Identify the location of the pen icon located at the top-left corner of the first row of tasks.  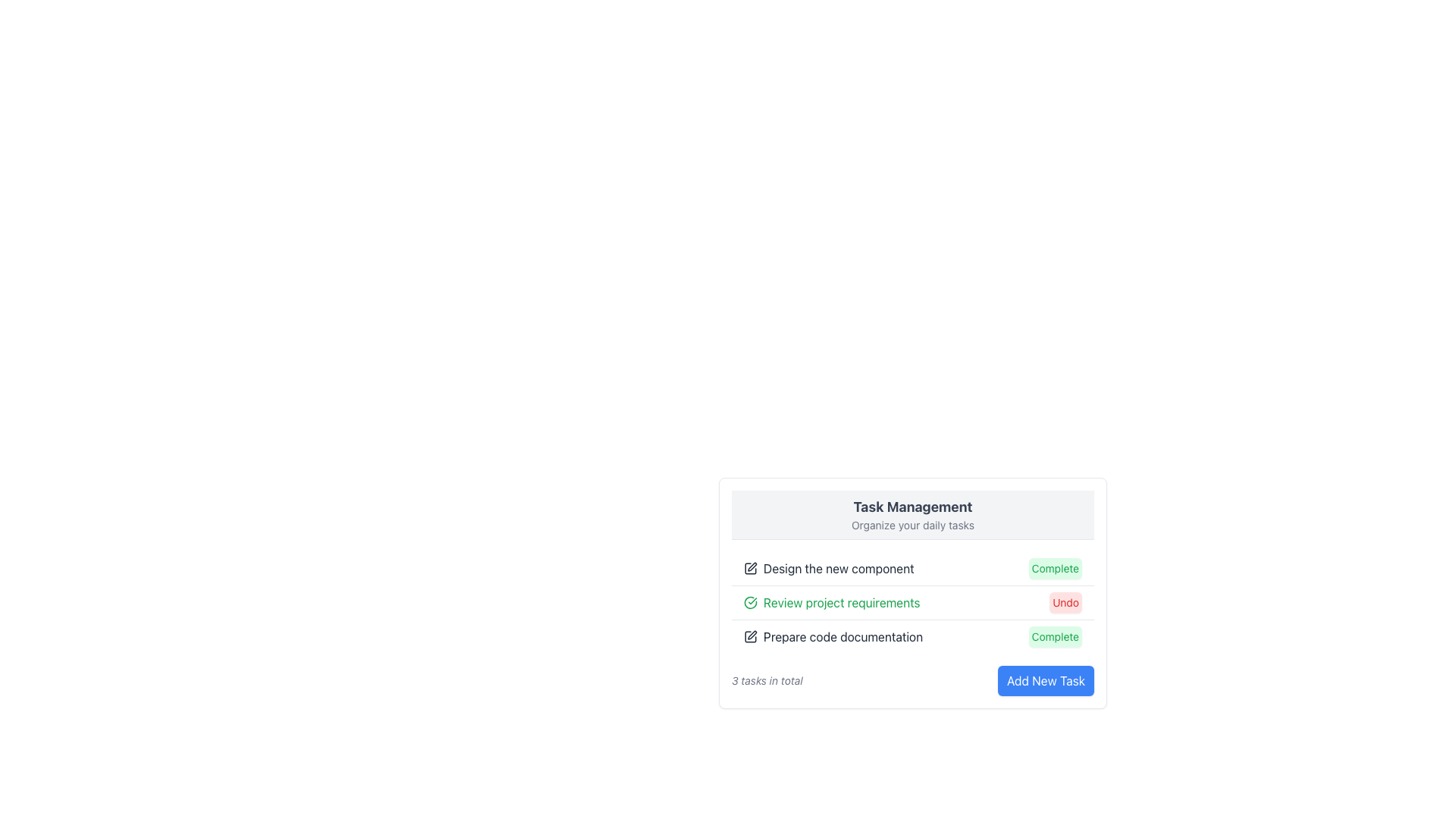
(752, 567).